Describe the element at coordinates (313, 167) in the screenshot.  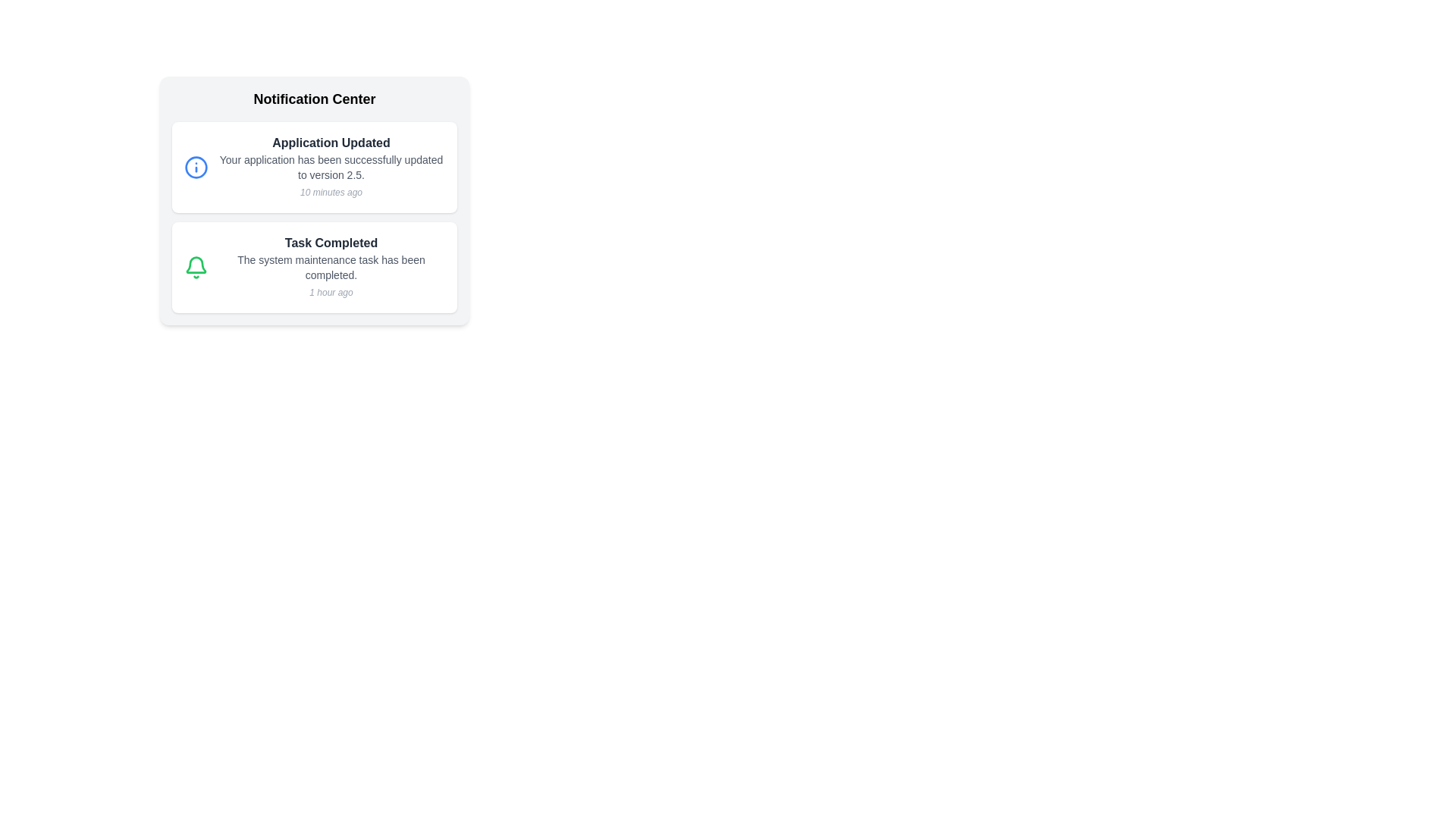
I see `the top notification item within the 'Notification Center' card, which provides information about an update action` at that location.